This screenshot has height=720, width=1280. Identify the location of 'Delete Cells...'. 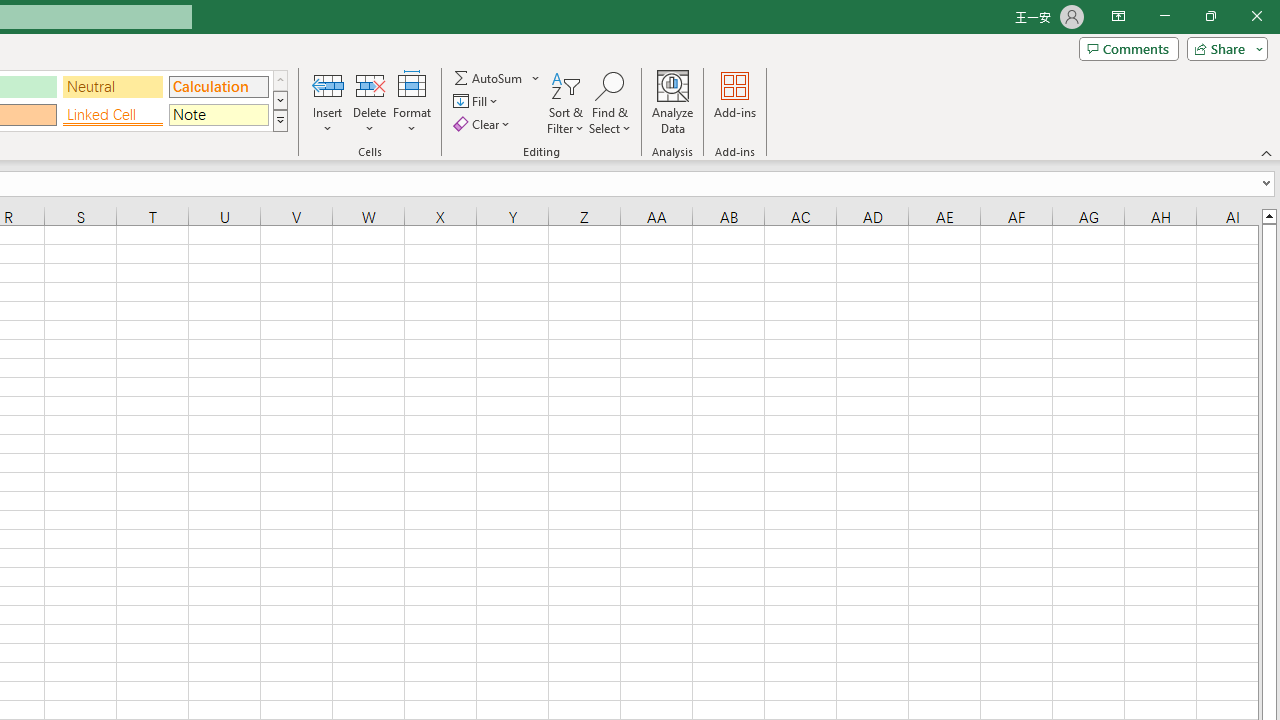
(369, 84).